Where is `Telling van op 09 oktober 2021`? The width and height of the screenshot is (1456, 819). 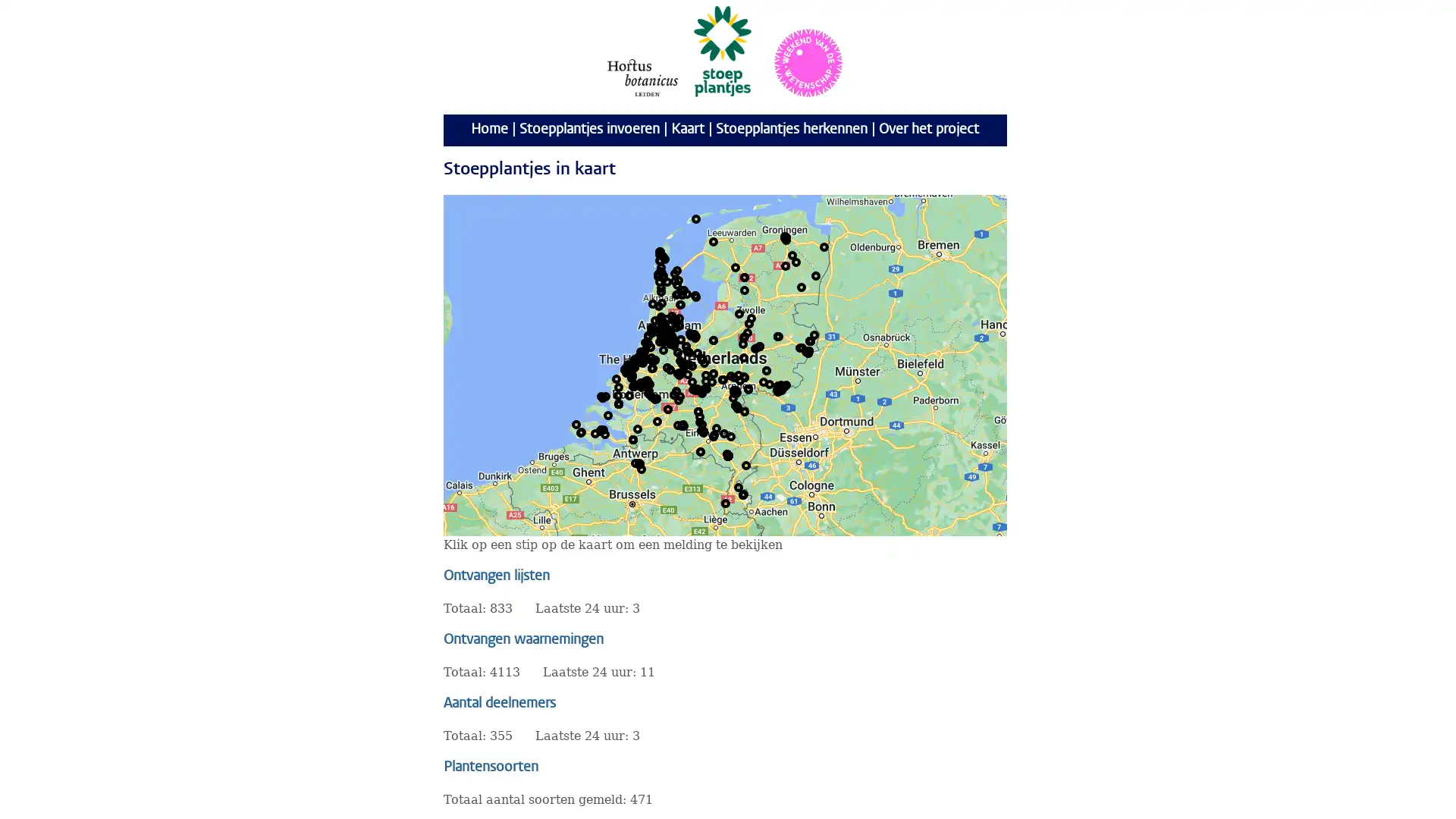
Telling van op 09 oktober 2021 is located at coordinates (663, 337).